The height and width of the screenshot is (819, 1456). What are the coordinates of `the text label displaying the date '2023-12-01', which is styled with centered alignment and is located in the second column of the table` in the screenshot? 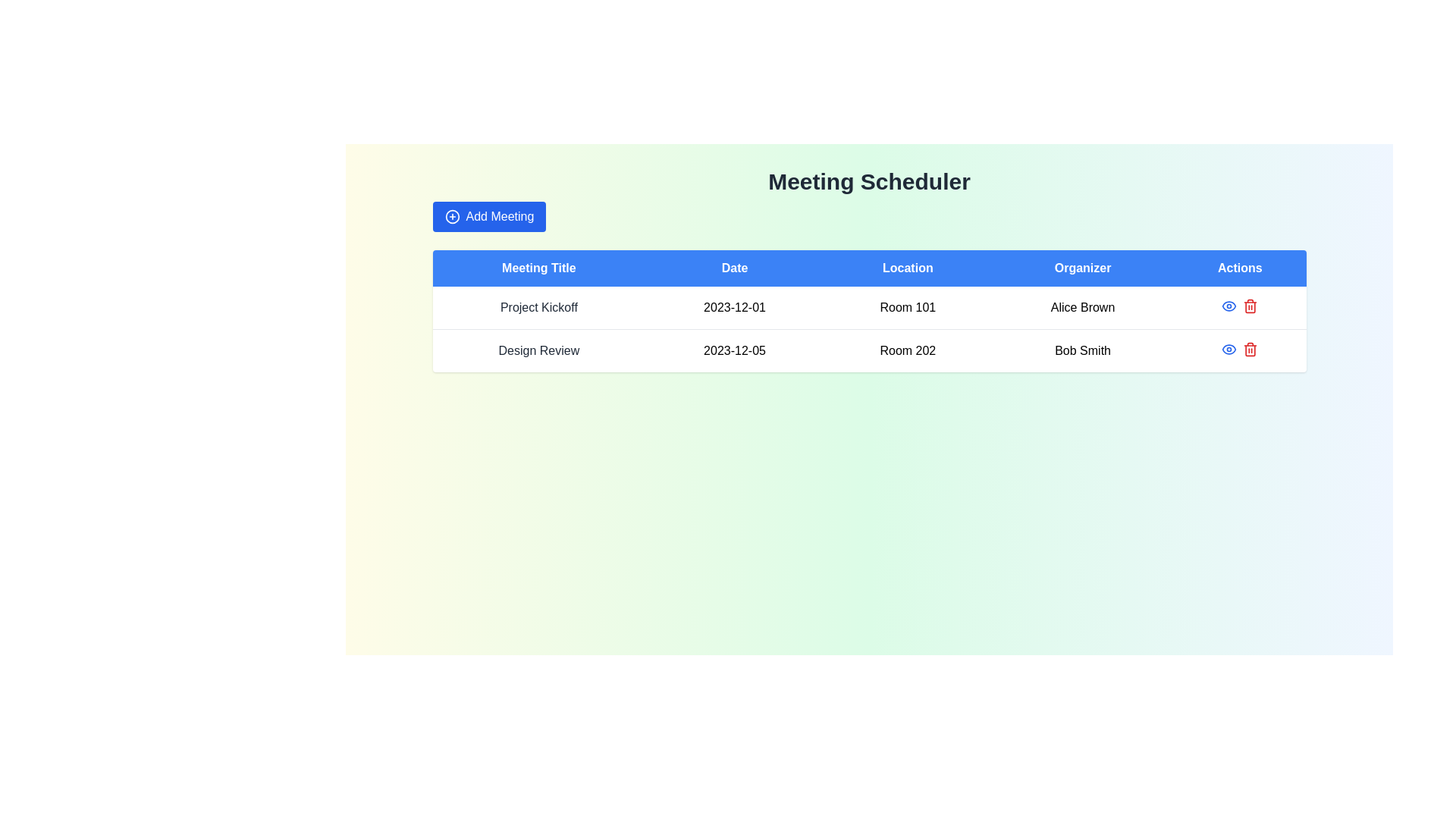 It's located at (735, 307).